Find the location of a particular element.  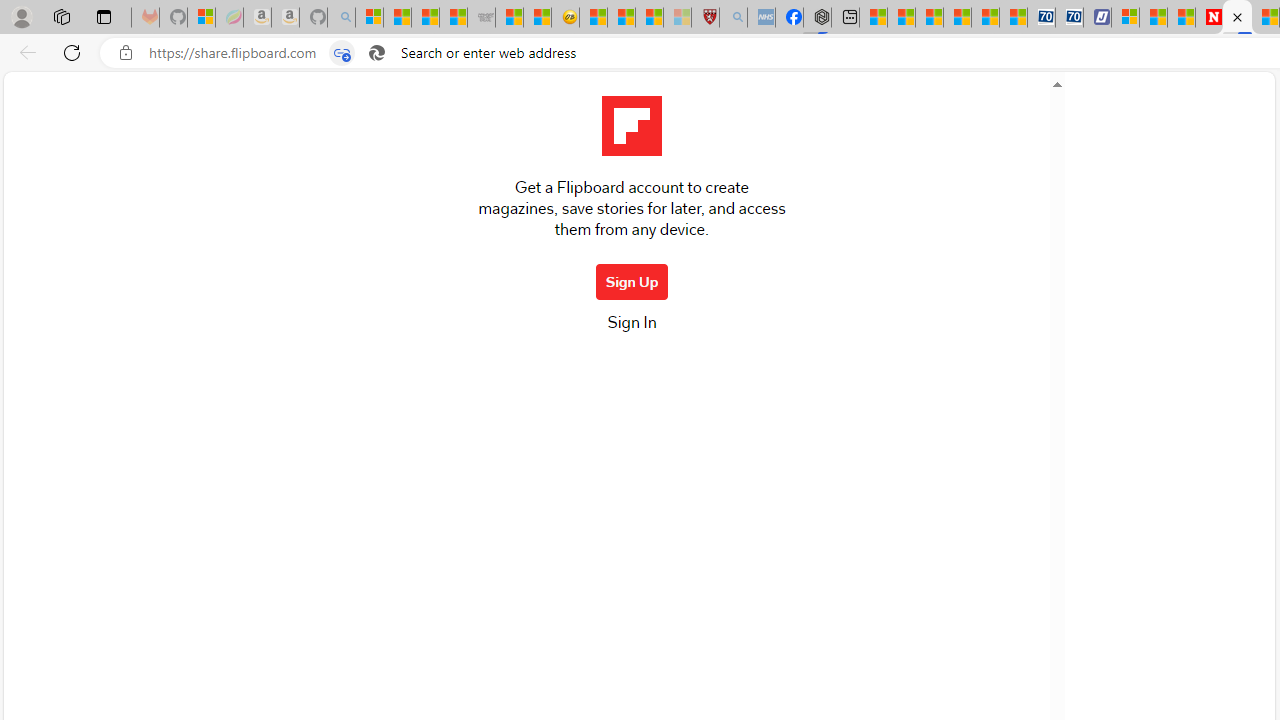

'Nordace - Nordace Siena Is Not An Ordinary Backpack' is located at coordinates (817, 17).